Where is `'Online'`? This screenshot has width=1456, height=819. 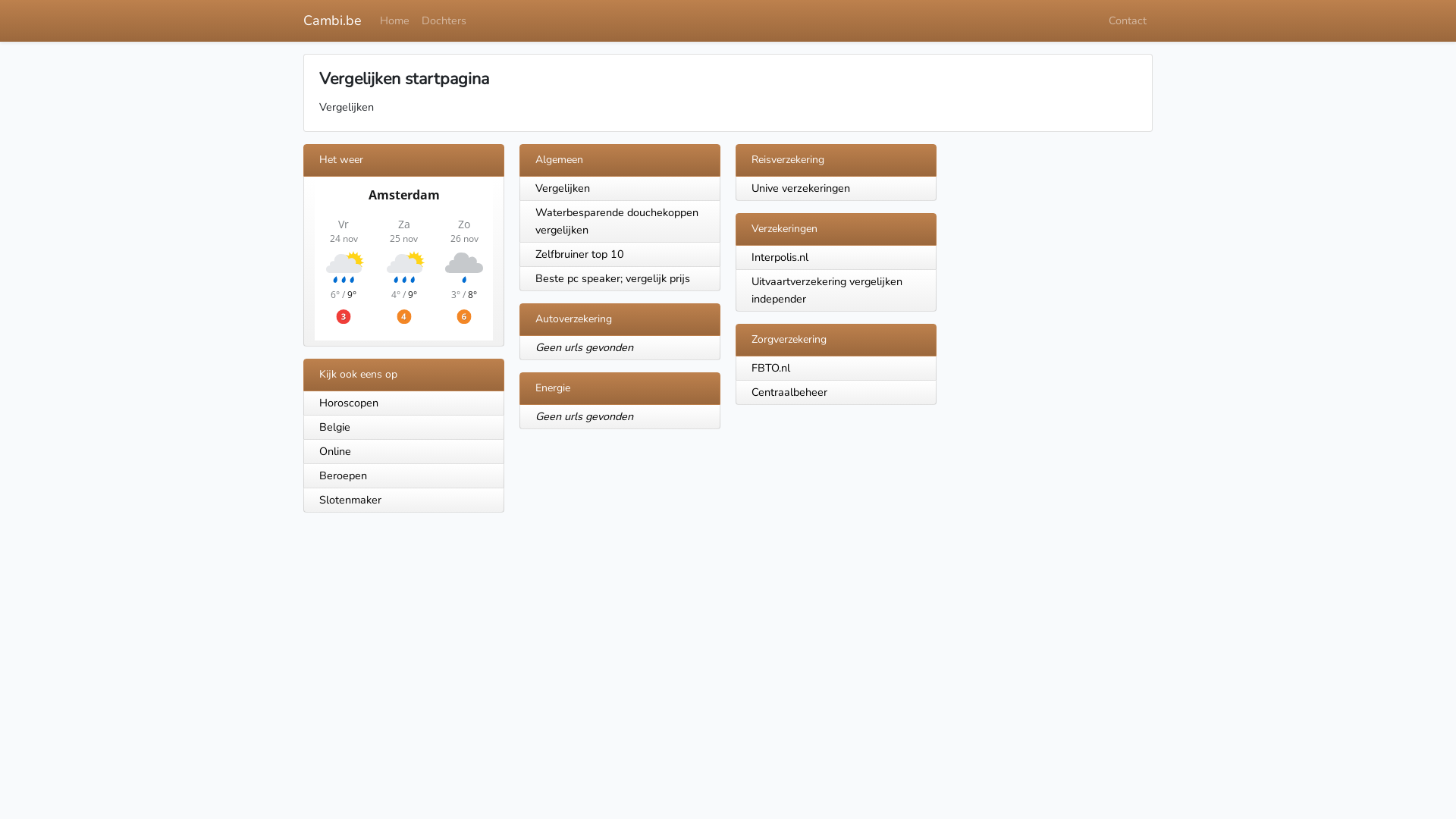
'Online' is located at coordinates (303, 451).